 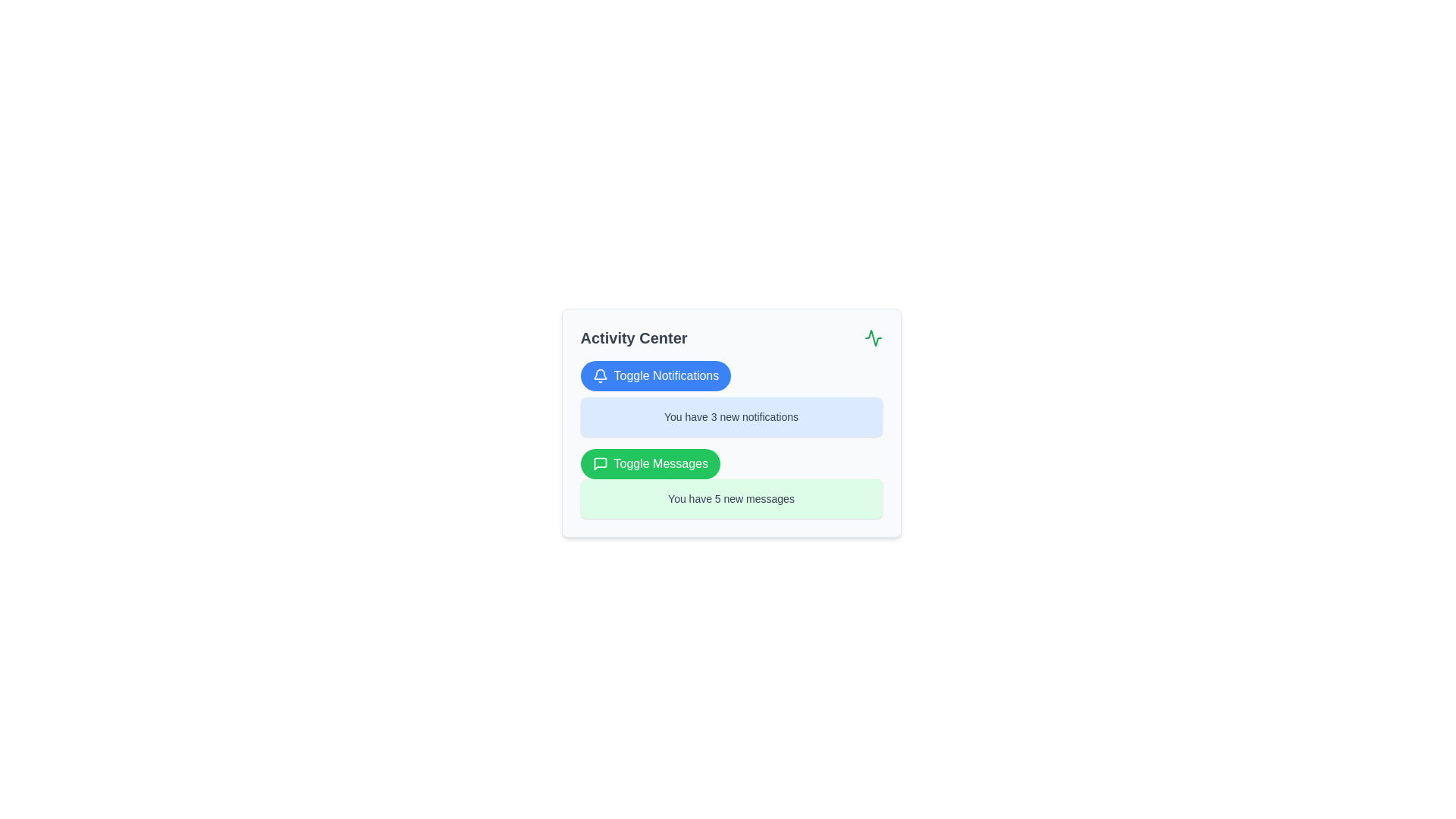 What do you see at coordinates (731, 417) in the screenshot?
I see `the Notification Display Box, which has a light blue background, rounded corners, and contains the text 'You have 3 new notifications'` at bounding box center [731, 417].